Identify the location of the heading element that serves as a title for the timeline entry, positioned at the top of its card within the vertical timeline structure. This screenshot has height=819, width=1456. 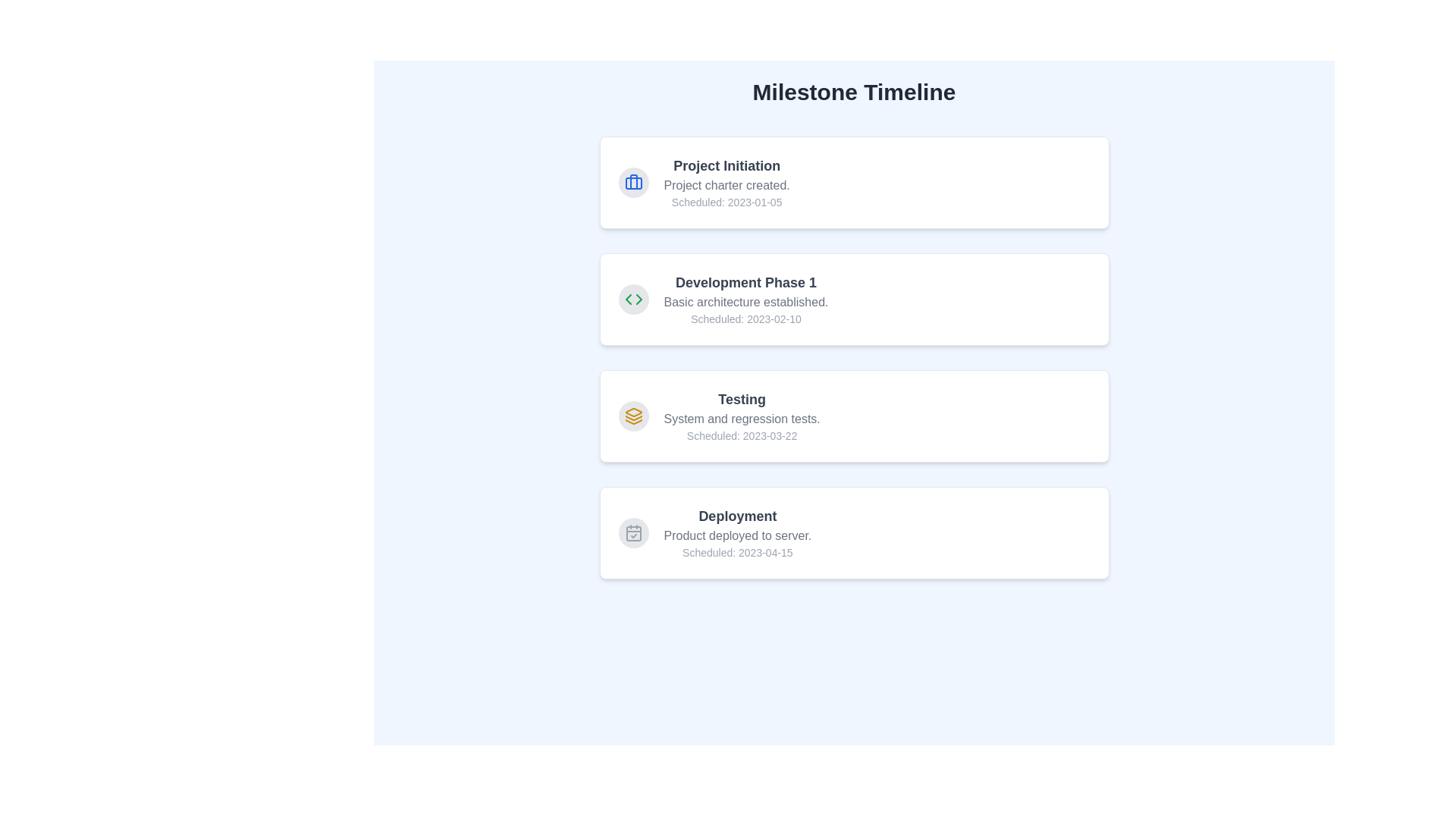
(737, 516).